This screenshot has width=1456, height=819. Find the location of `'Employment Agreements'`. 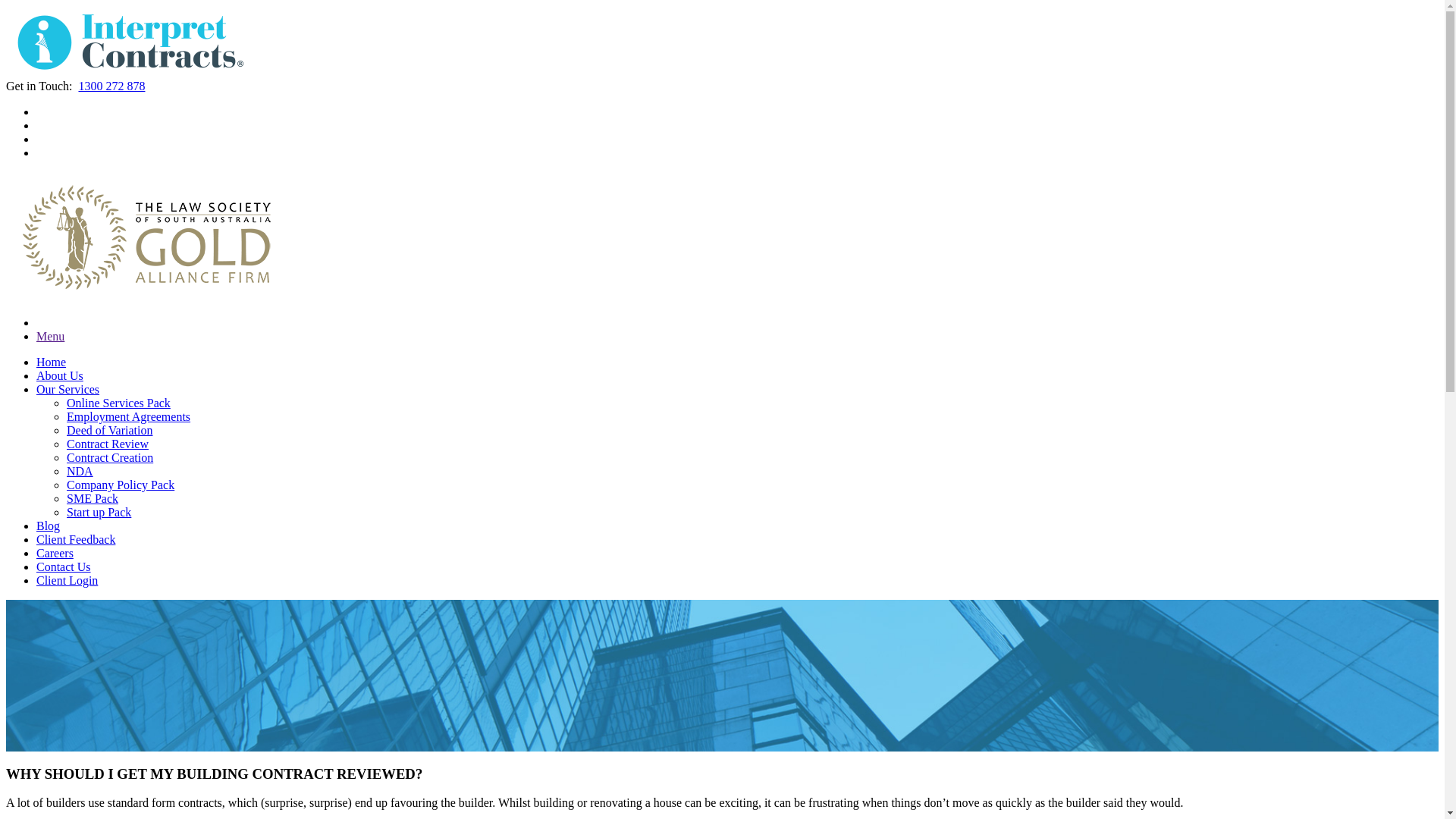

'Employment Agreements' is located at coordinates (128, 416).